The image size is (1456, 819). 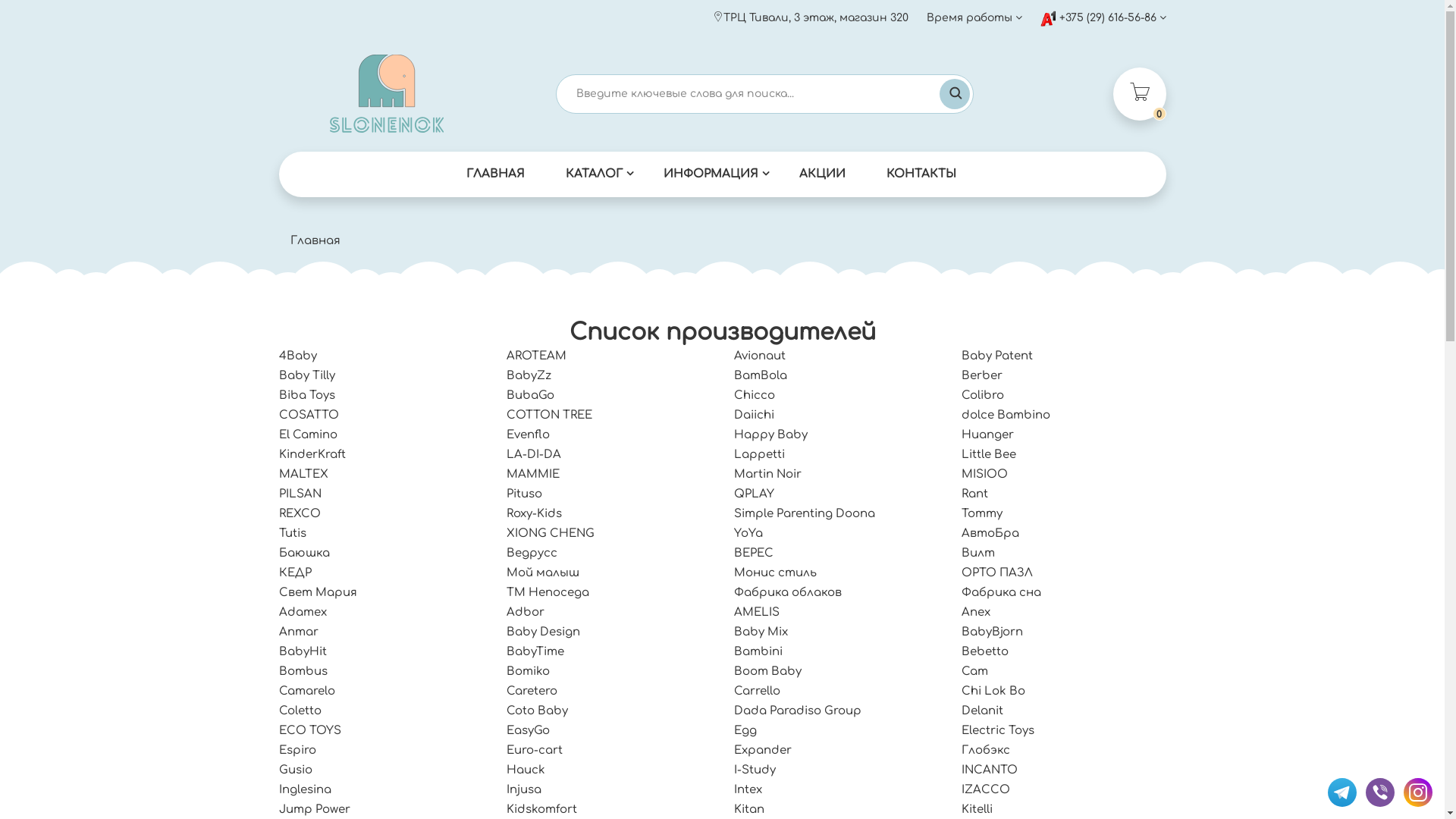 I want to click on 'Euro-cart', so click(x=506, y=749).